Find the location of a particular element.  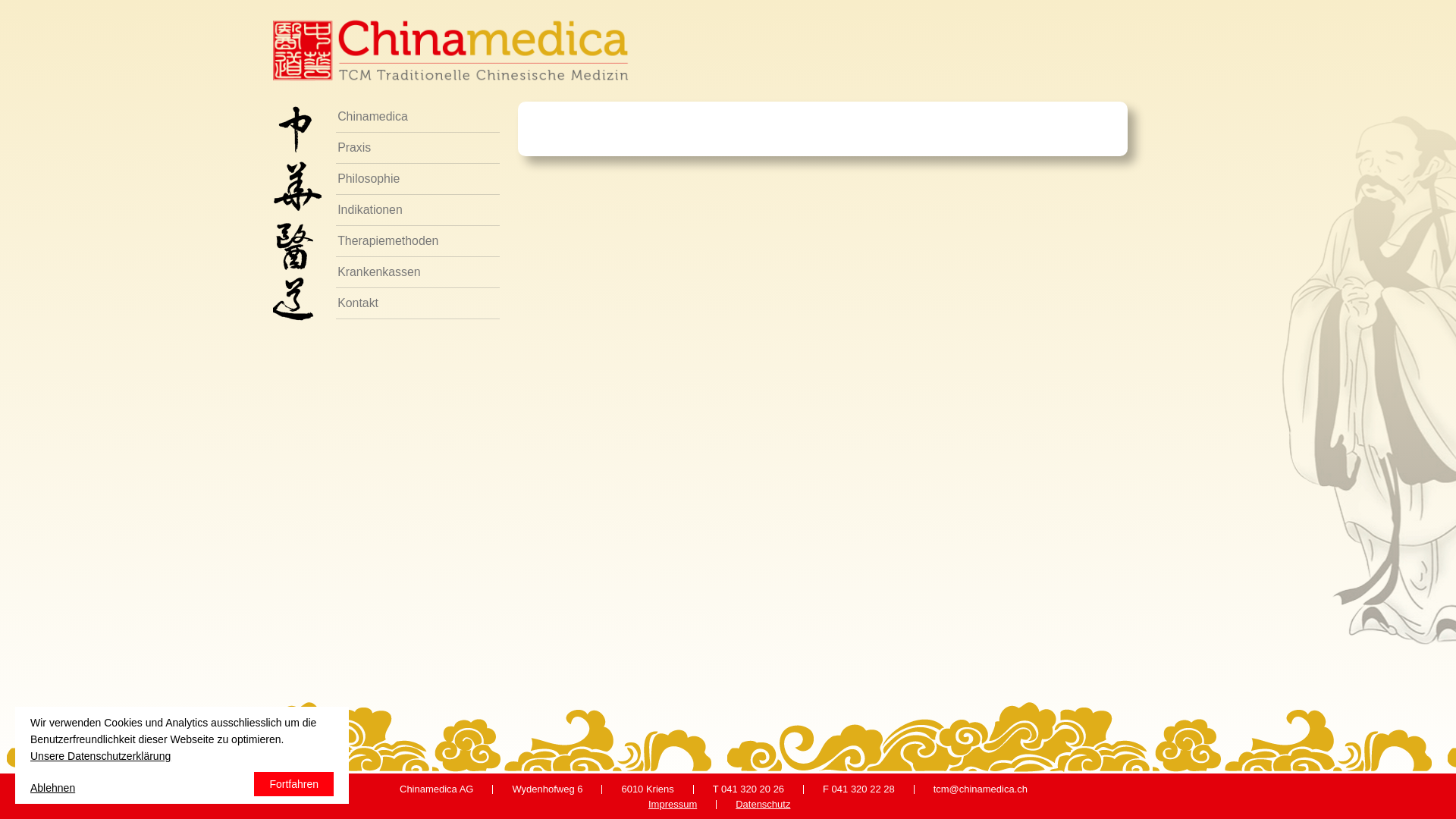

'Therapiemethoden' is located at coordinates (418, 240).